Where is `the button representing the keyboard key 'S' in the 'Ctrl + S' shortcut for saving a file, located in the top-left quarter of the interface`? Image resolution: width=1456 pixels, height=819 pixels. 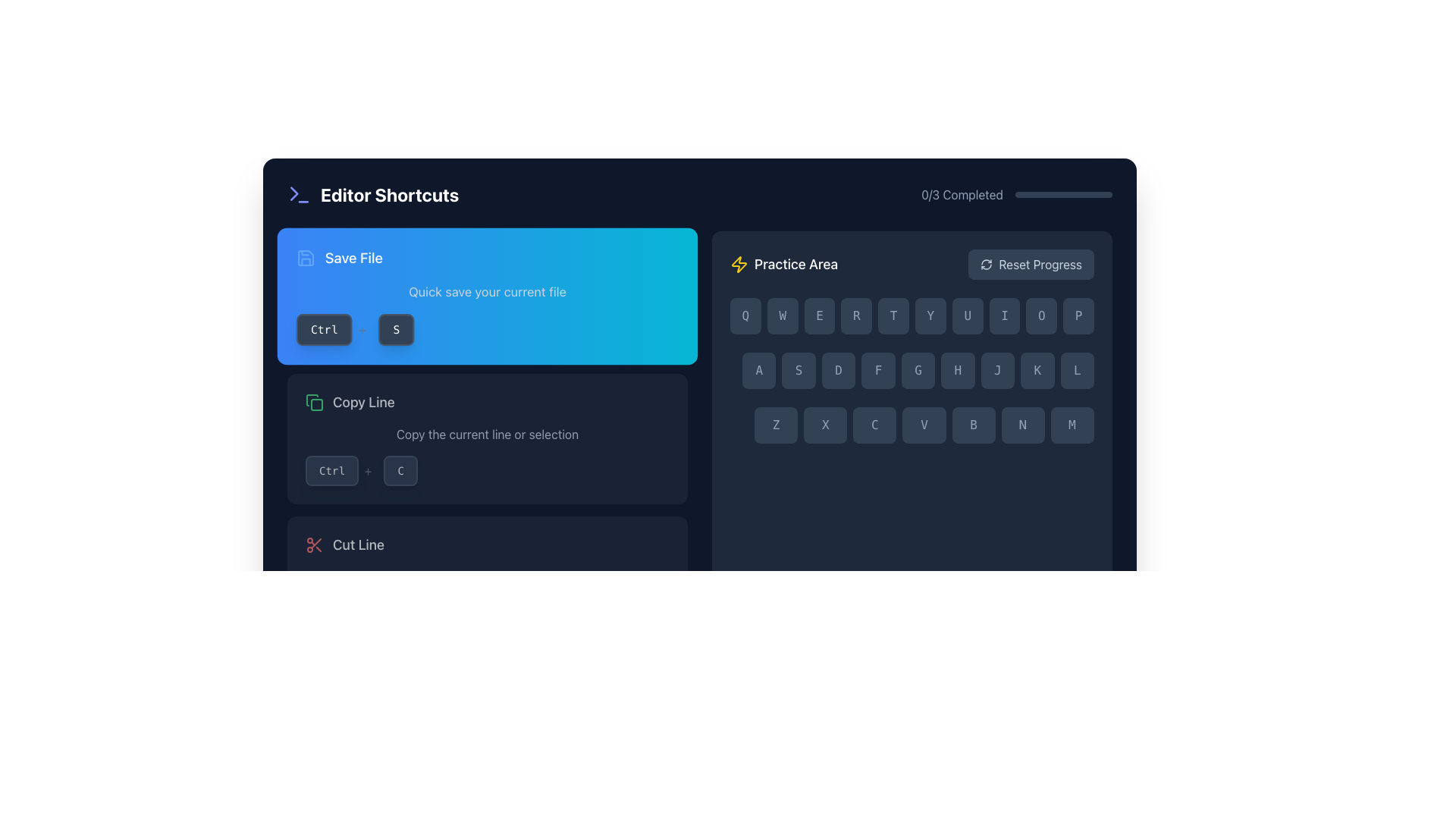
the button representing the keyboard key 'S' in the 'Ctrl + S' shortcut for saving a file, located in the top-left quarter of the interface is located at coordinates (397, 329).